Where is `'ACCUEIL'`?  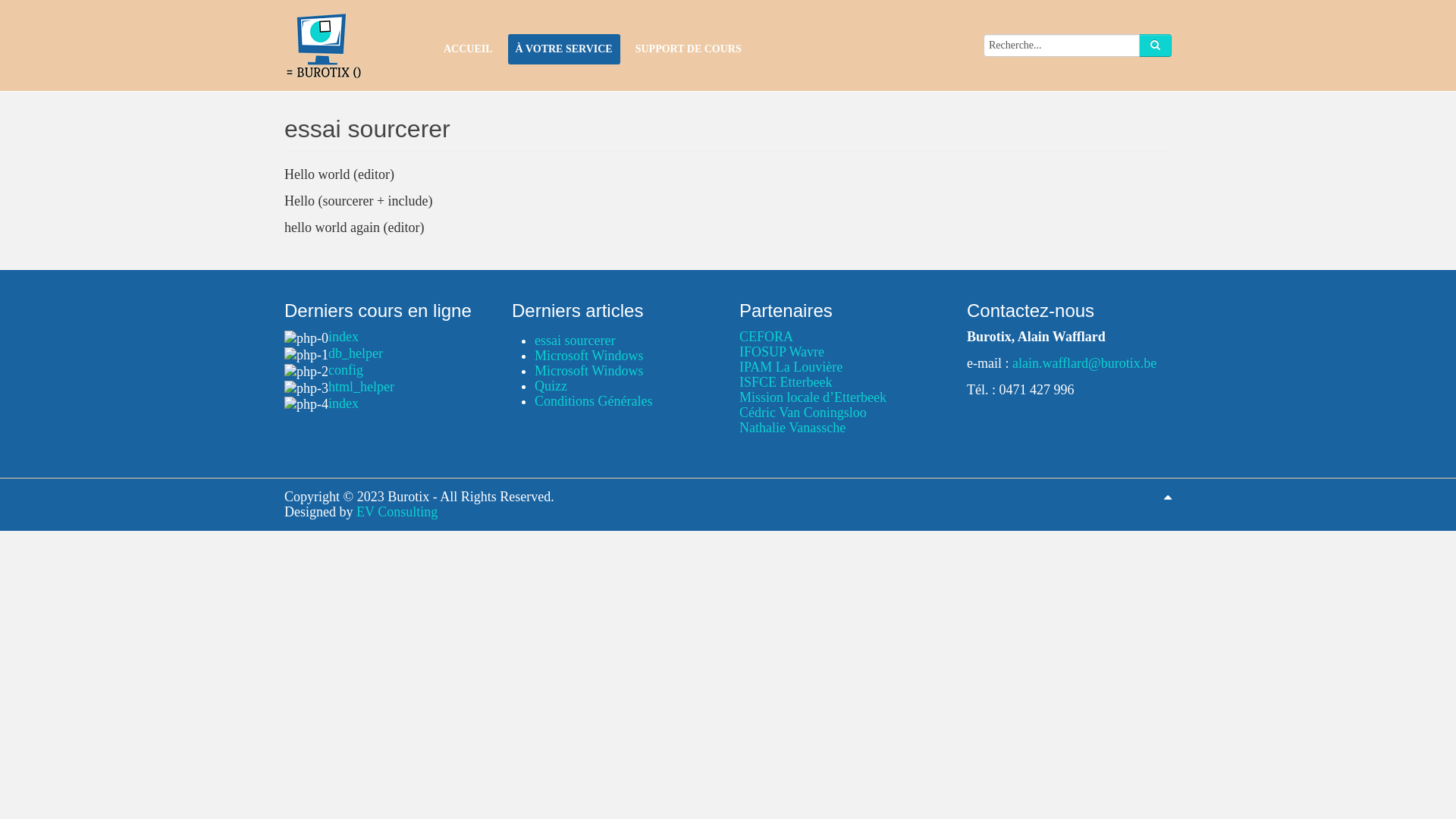
'ACCUEIL' is located at coordinates (467, 49).